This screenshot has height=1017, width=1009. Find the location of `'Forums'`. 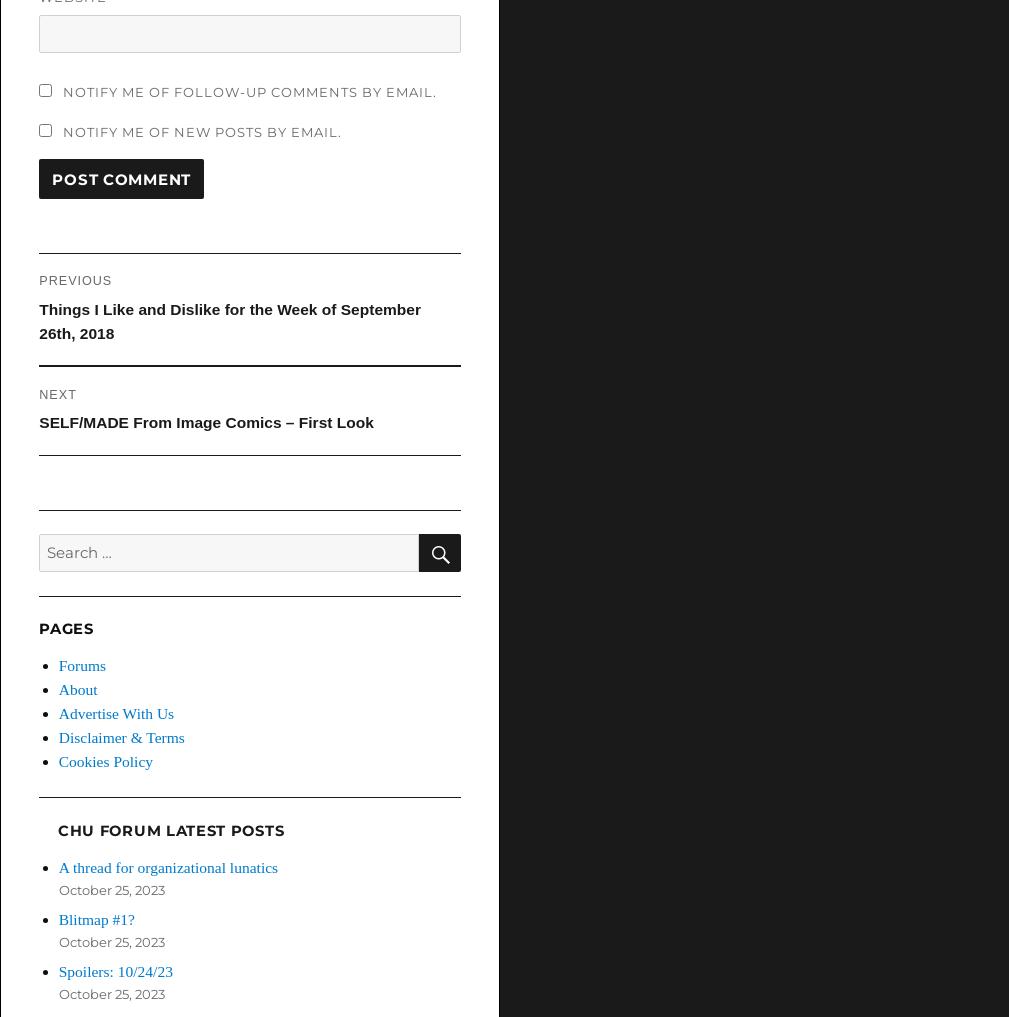

'Forums' is located at coordinates (81, 664).